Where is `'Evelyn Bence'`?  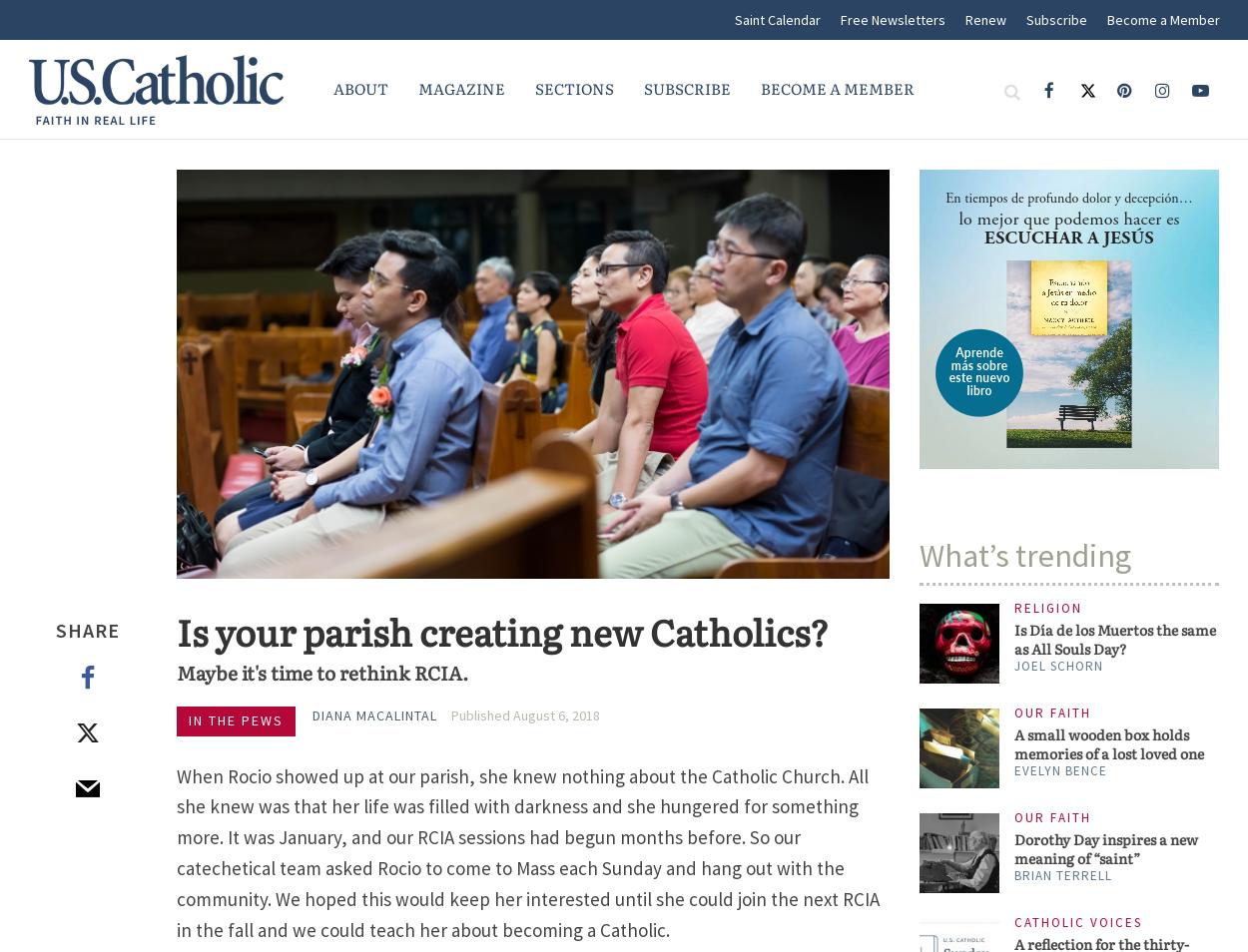
'Evelyn Bence' is located at coordinates (1060, 770).